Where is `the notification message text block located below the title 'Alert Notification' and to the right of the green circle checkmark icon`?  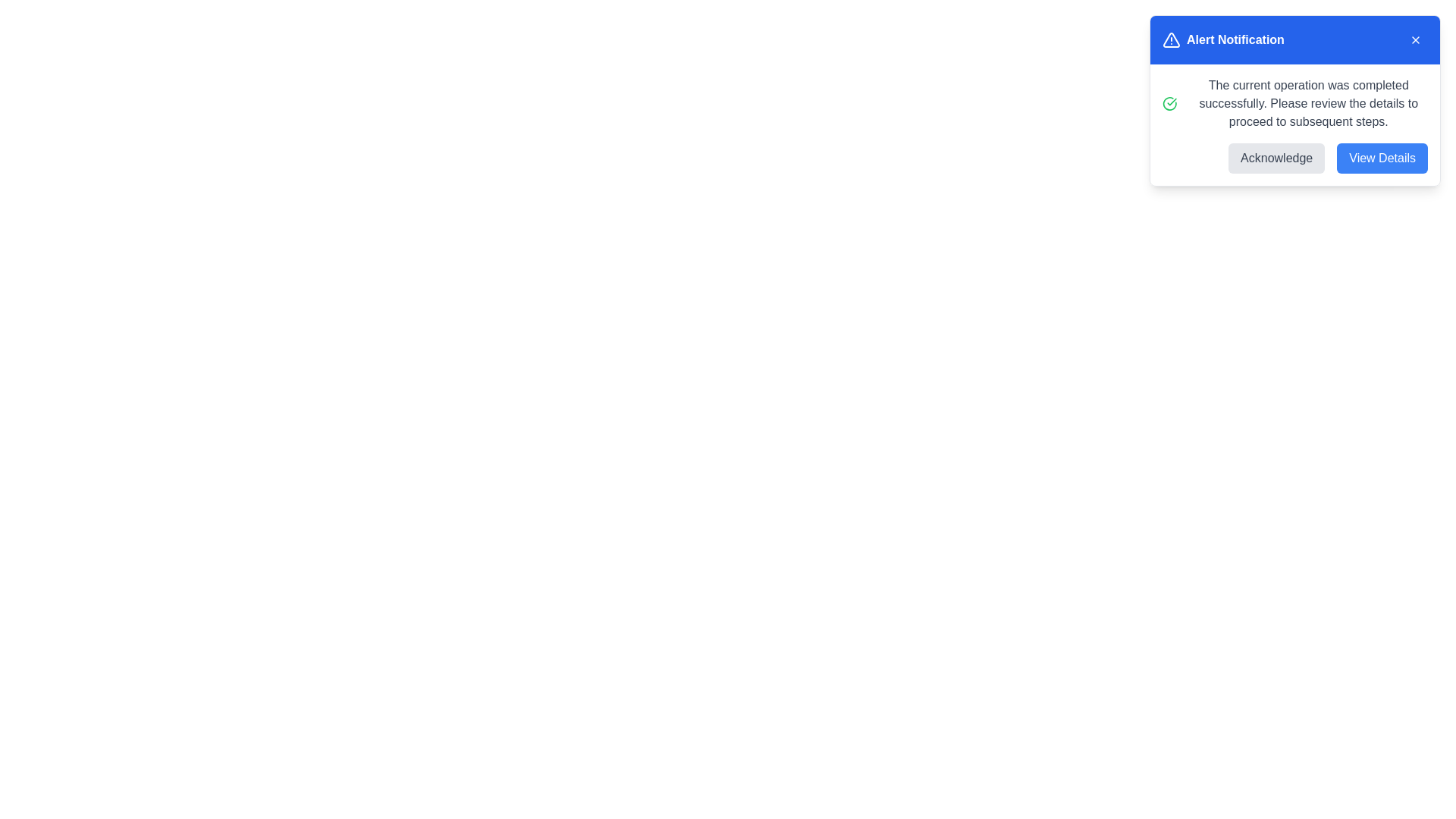
the notification message text block located below the title 'Alert Notification' and to the right of the green circle checkmark icon is located at coordinates (1307, 103).